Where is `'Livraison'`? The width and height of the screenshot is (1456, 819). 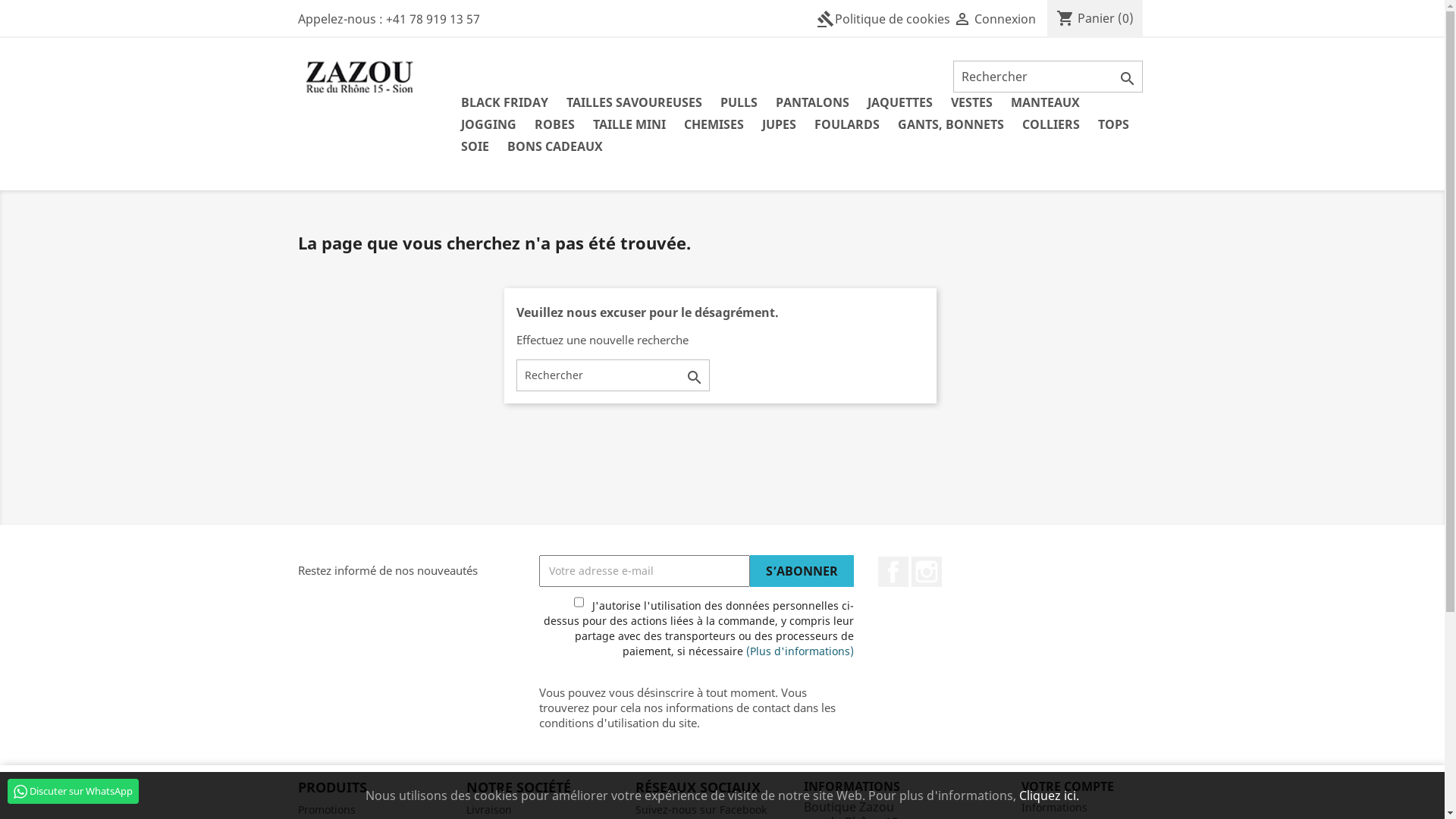 'Livraison' is located at coordinates (488, 808).